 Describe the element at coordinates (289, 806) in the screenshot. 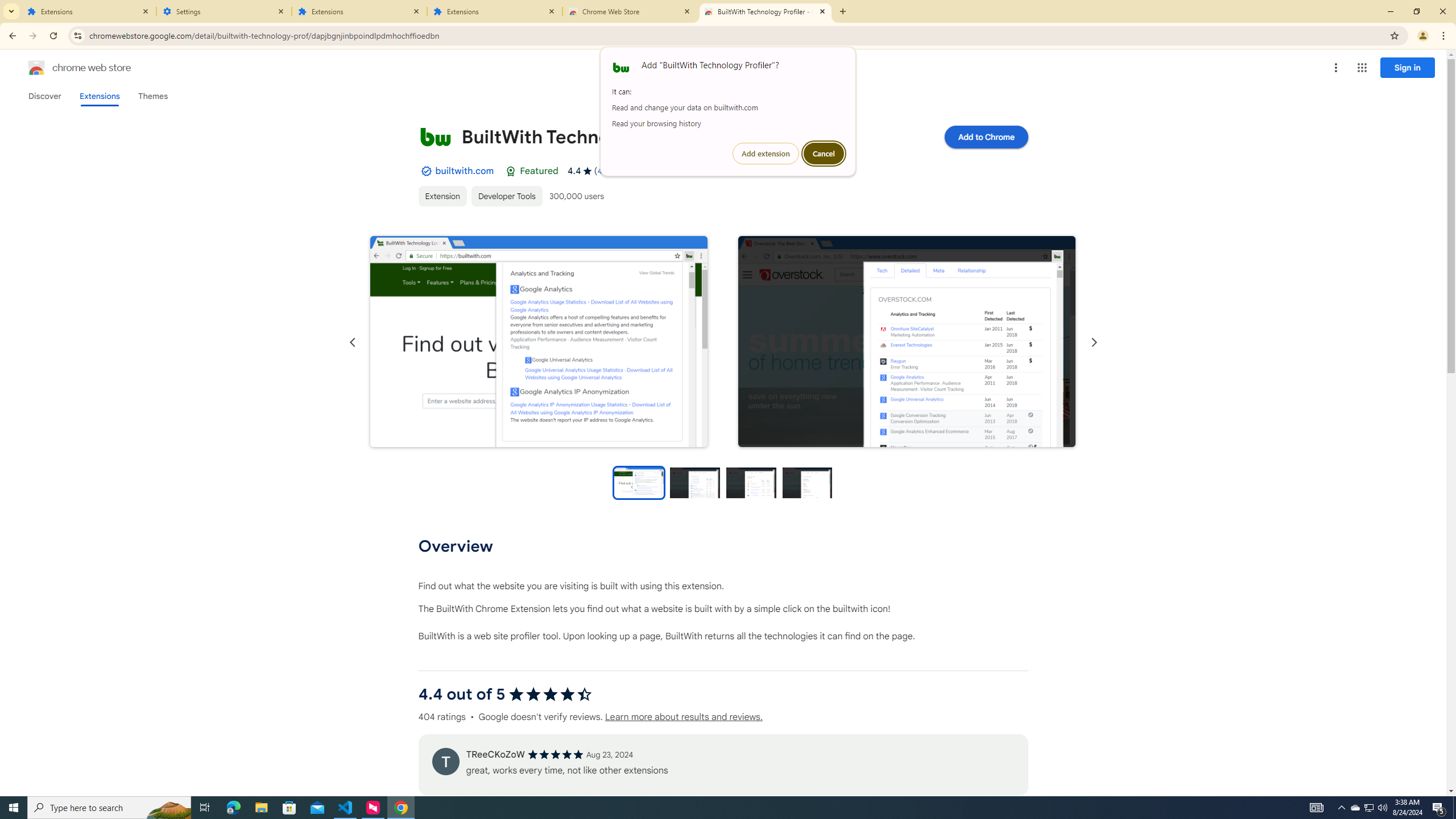

I see `'Microsoft Store'` at that location.